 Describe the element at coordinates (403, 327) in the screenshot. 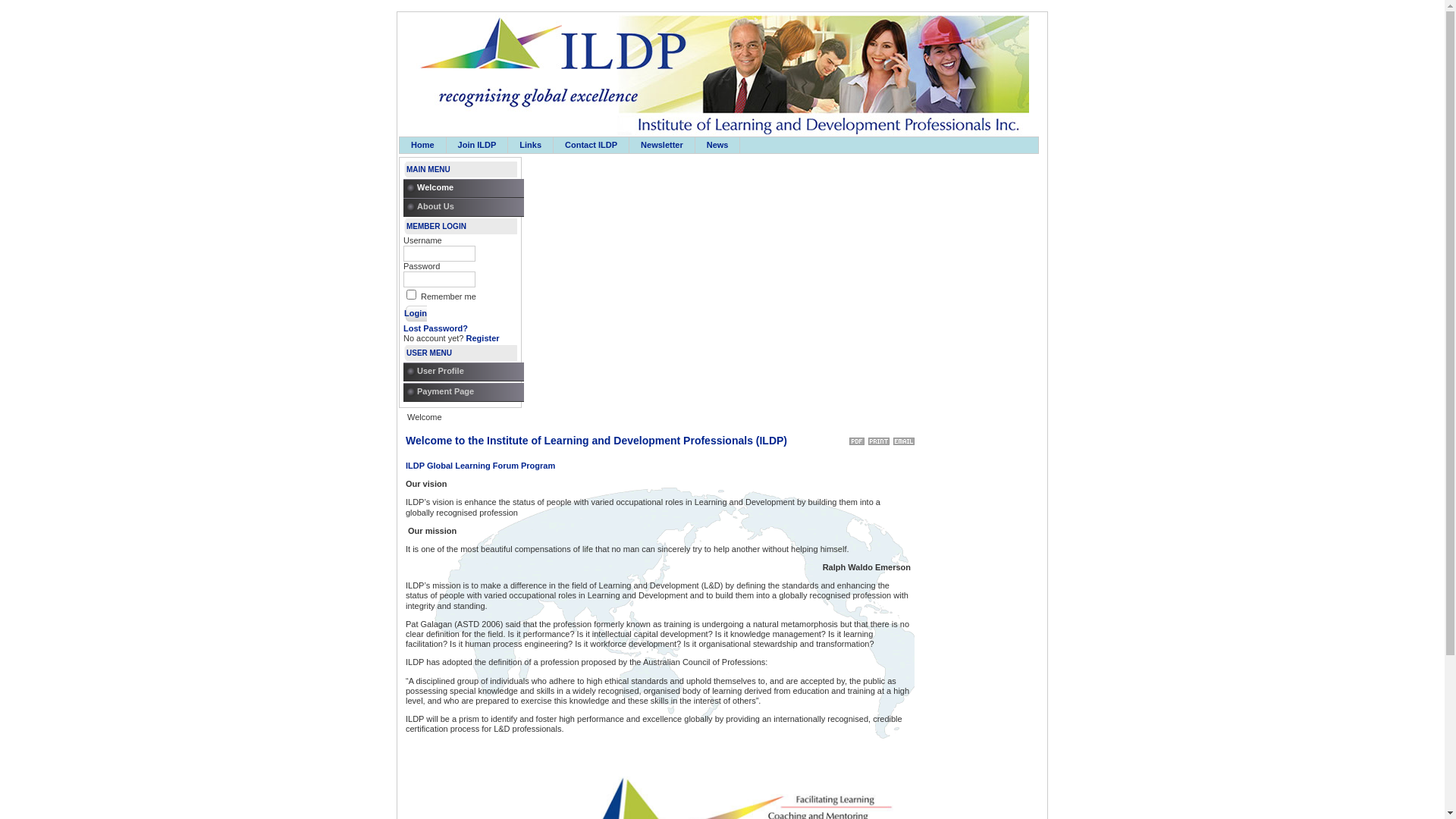

I see `'Lost Password?'` at that location.